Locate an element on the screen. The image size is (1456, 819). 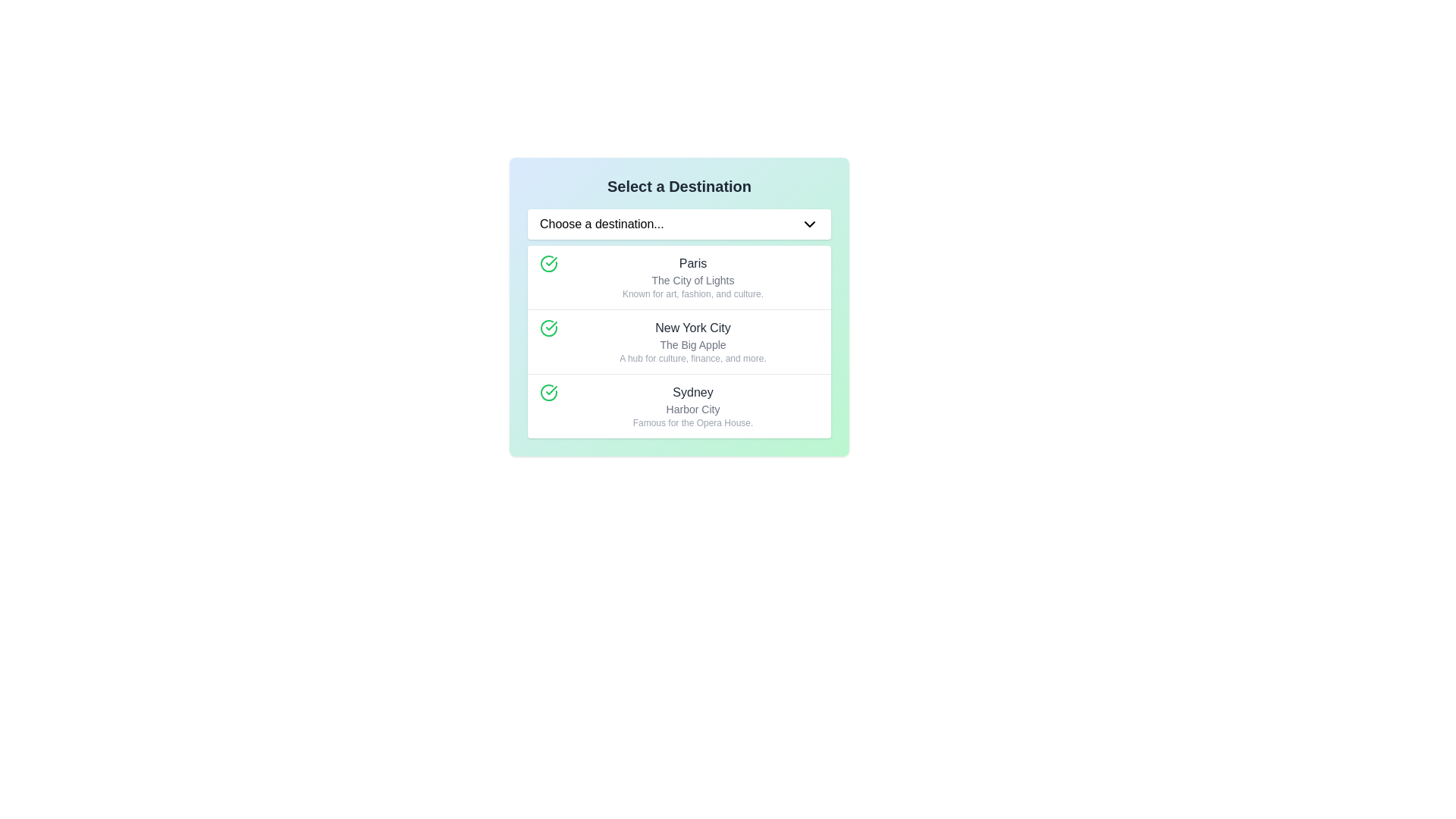
the Dropdown menu button labeled 'Choose a destination...' to view the browser context menu is located at coordinates (679, 224).